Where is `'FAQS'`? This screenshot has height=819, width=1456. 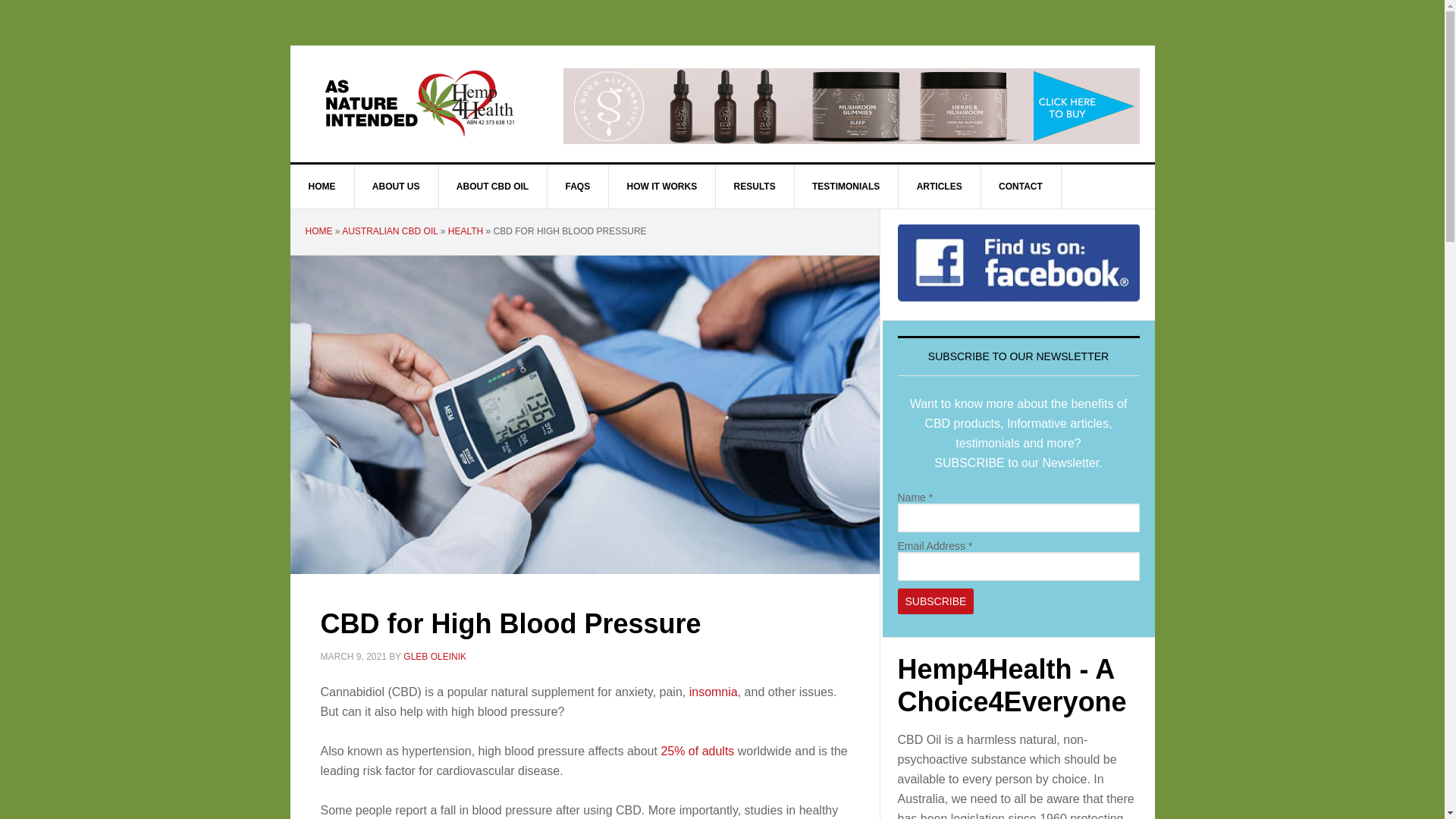 'FAQS' is located at coordinates (578, 186).